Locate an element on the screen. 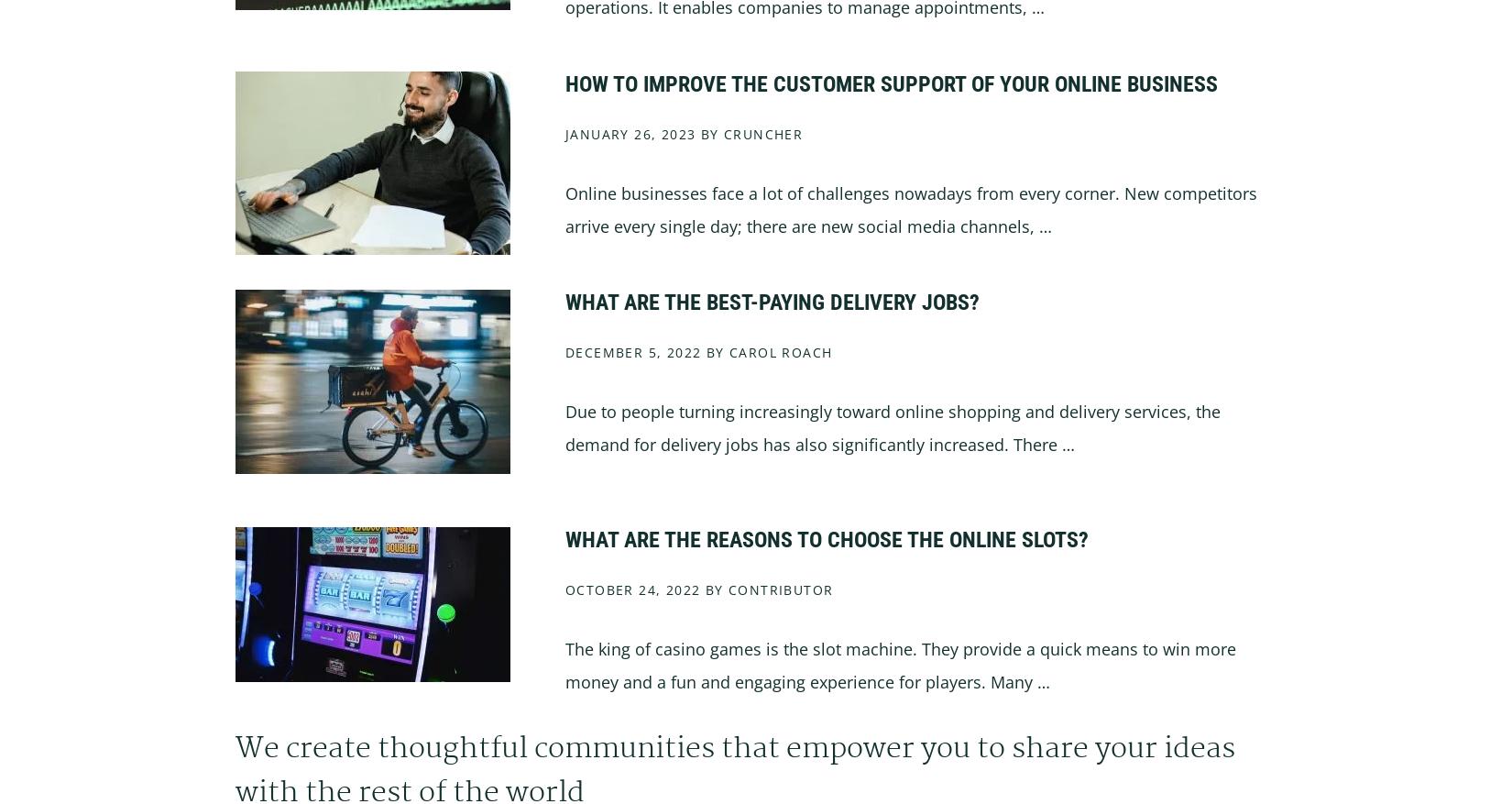 This screenshot has width=1512, height=804. 'Due to people turning increasingly toward online shopping and delivery services, the demand for delivery jobs has also significantly increased. There …' is located at coordinates (564, 427).